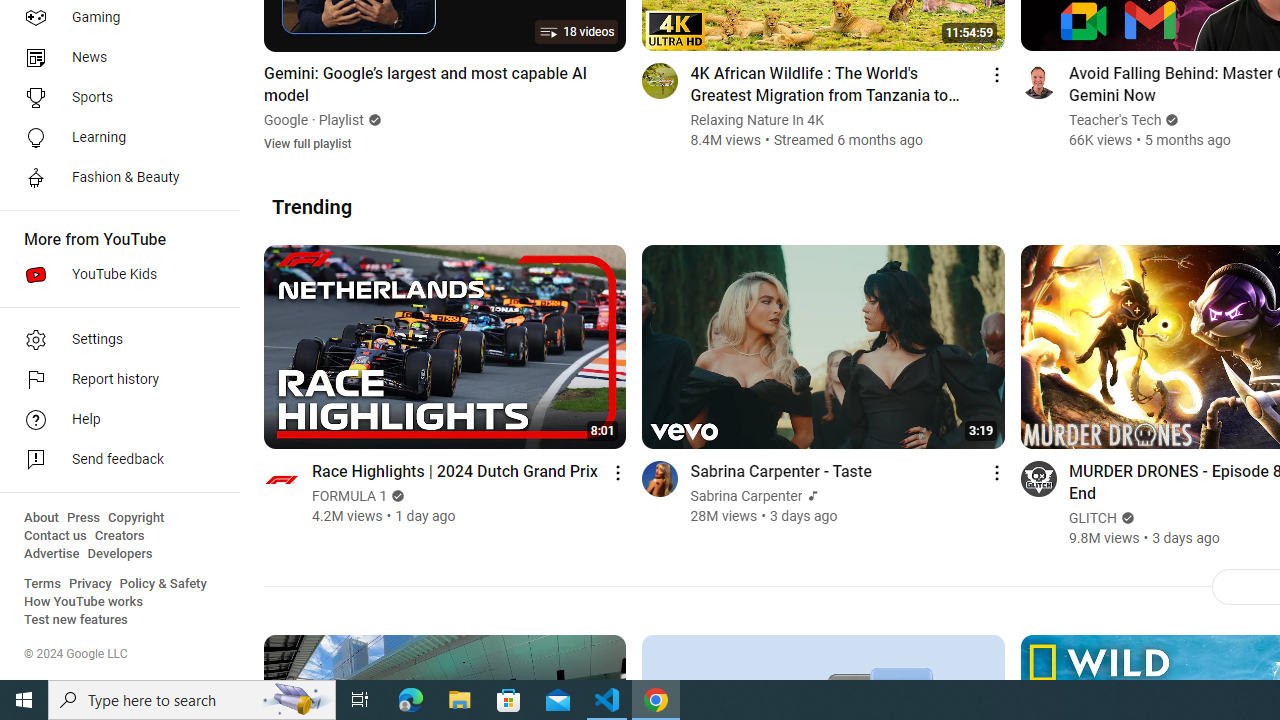 The image size is (1280, 720). What do you see at coordinates (76, 619) in the screenshot?
I see `'Test new features'` at bounding box center [76, 619].